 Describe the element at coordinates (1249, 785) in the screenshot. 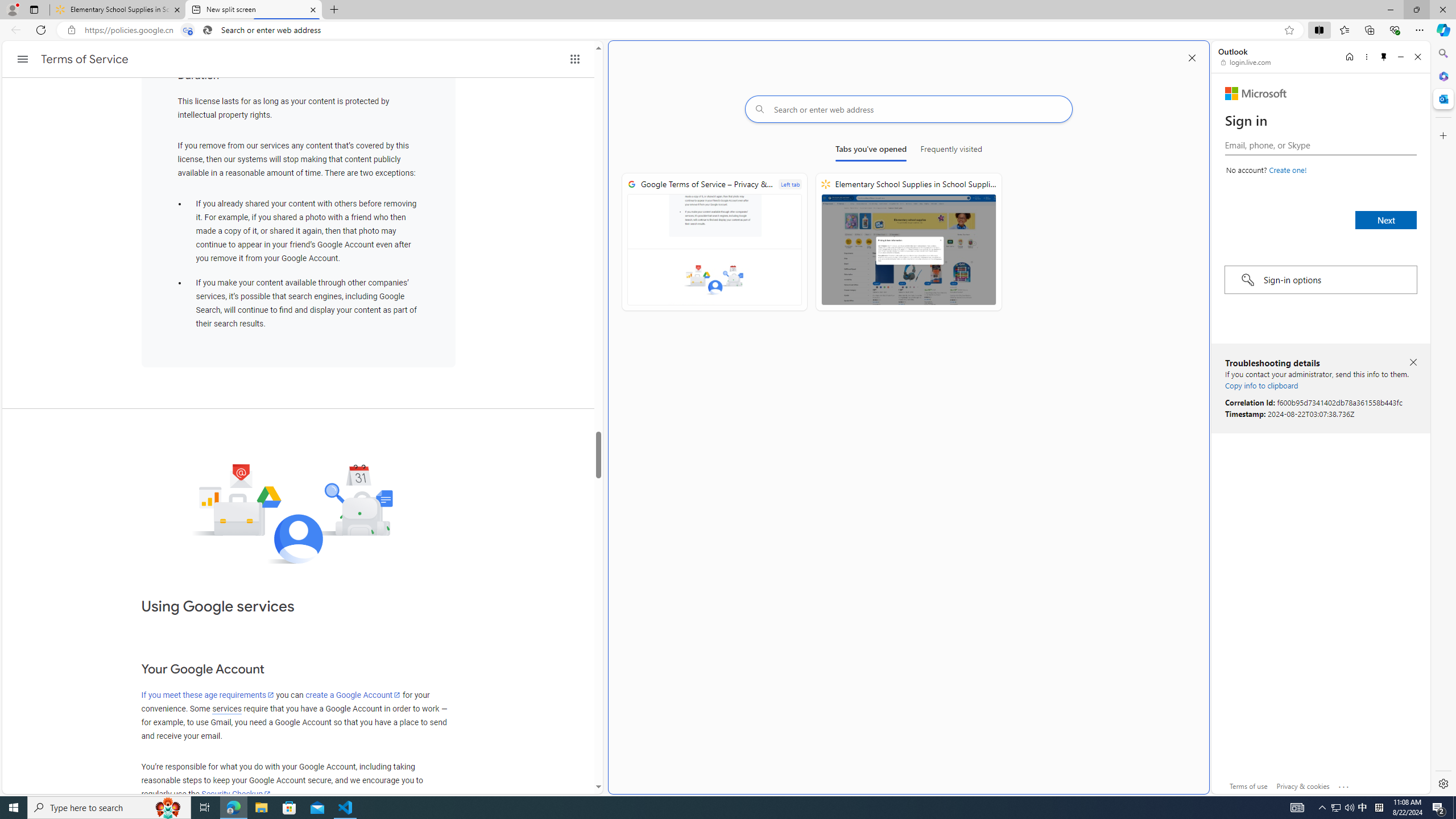

I see `'Terms of use'` at that location.